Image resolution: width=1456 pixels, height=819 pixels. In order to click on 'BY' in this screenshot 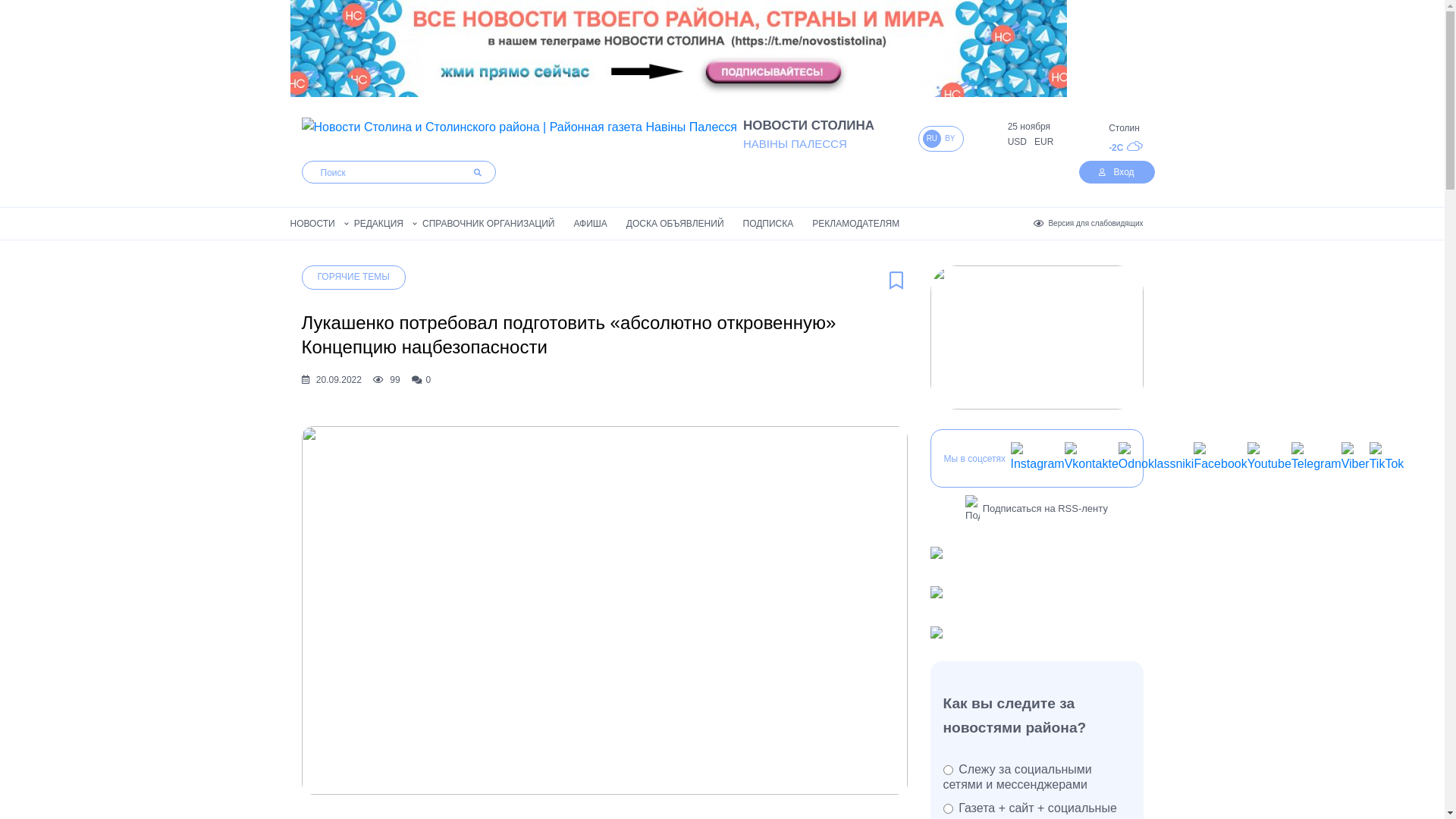, I will do `click(949, 139)`.